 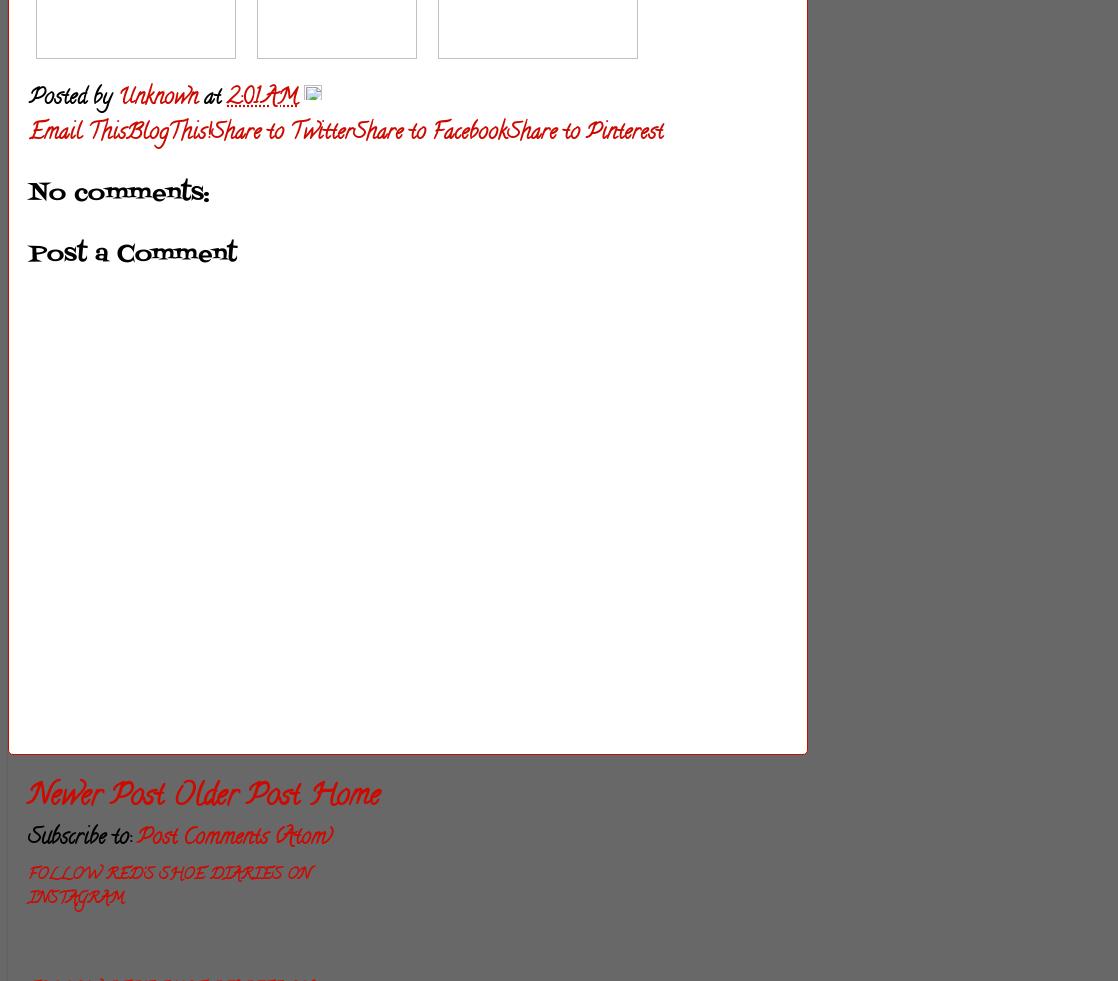 What do you see at coordinates (585, 132) in the screenshot?
I see `'Share to Pinterest'` at bounding box center [585, 132].